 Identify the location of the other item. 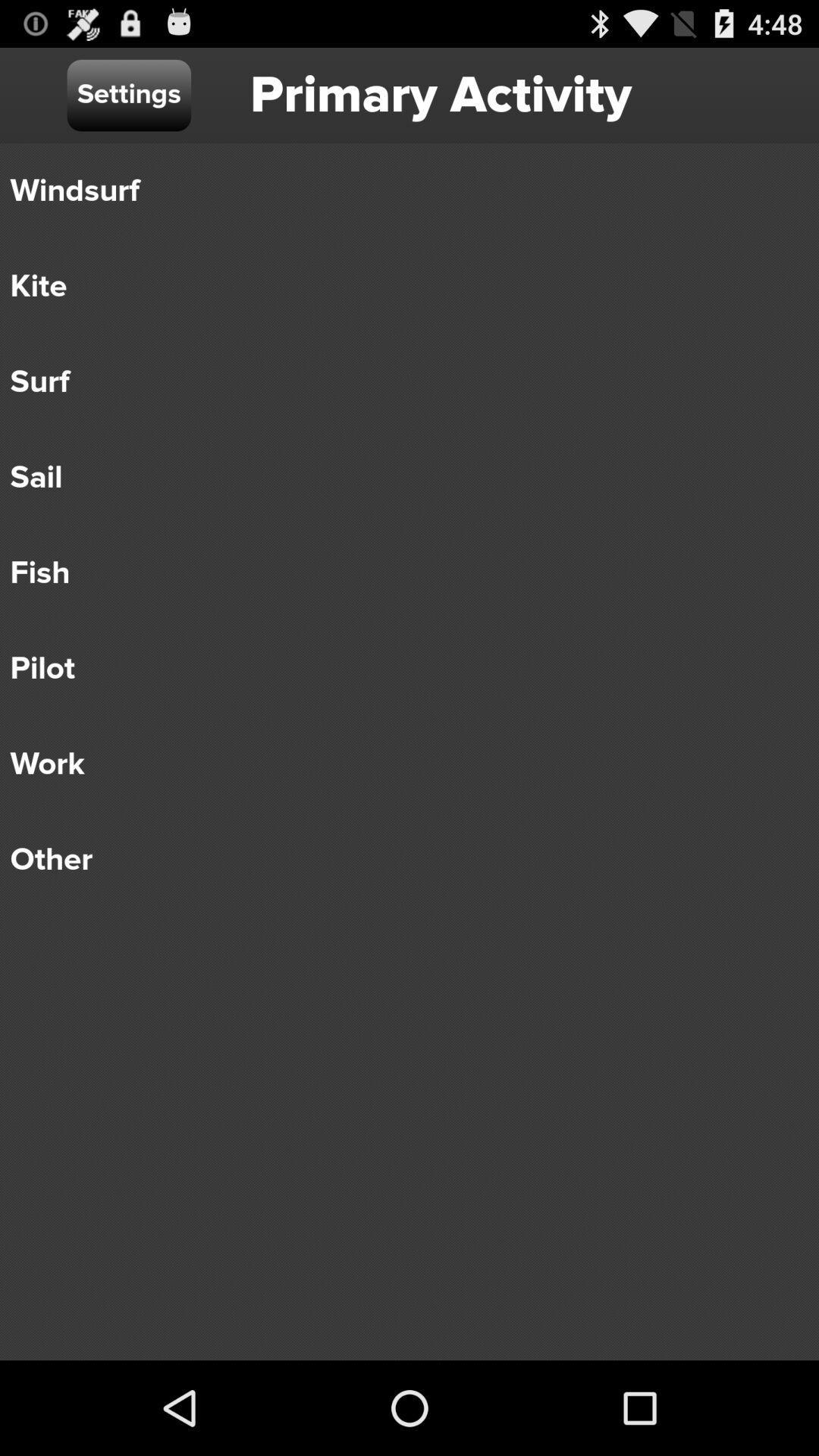
(398, 859).